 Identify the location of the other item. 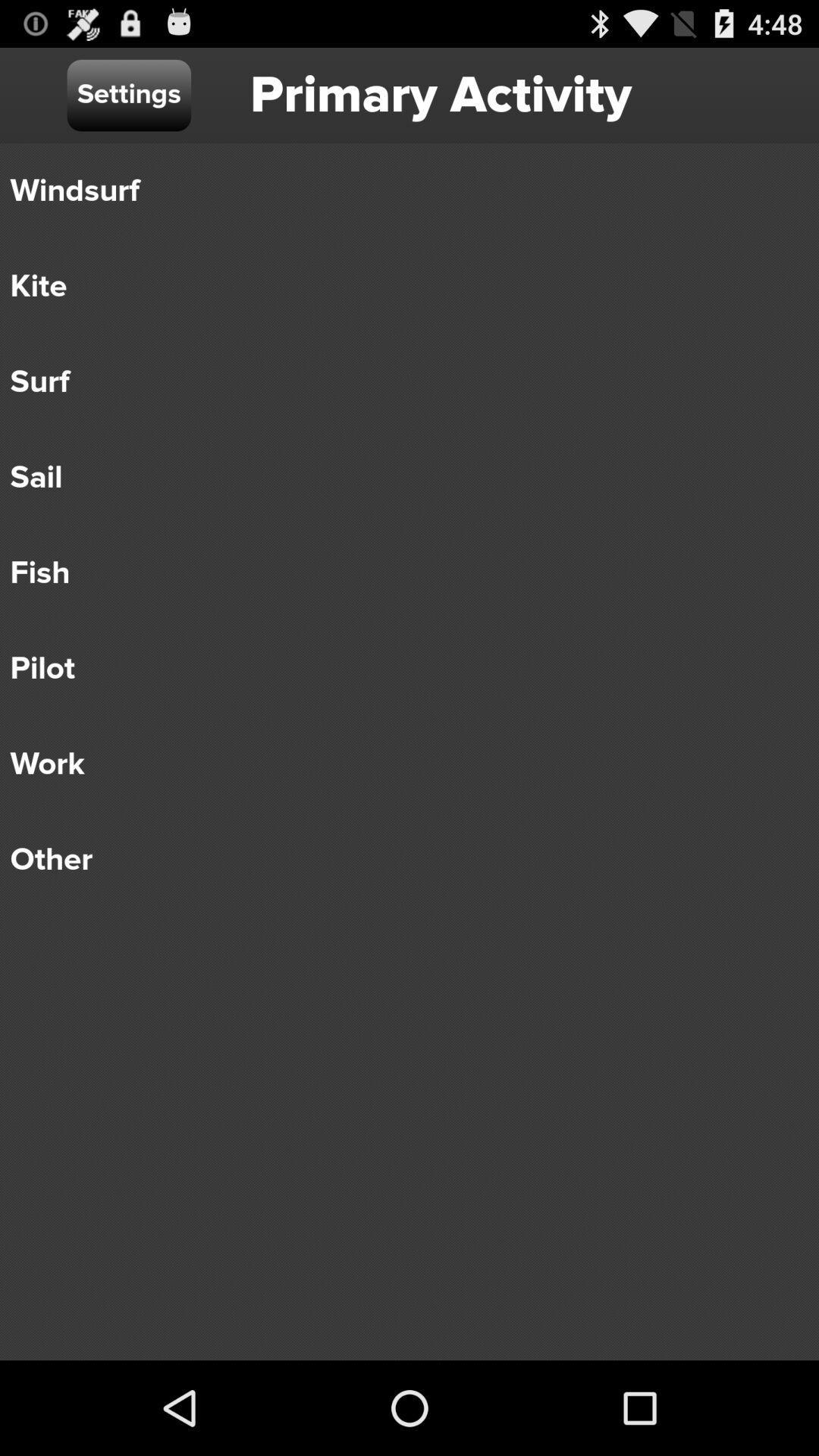
(398, 859).